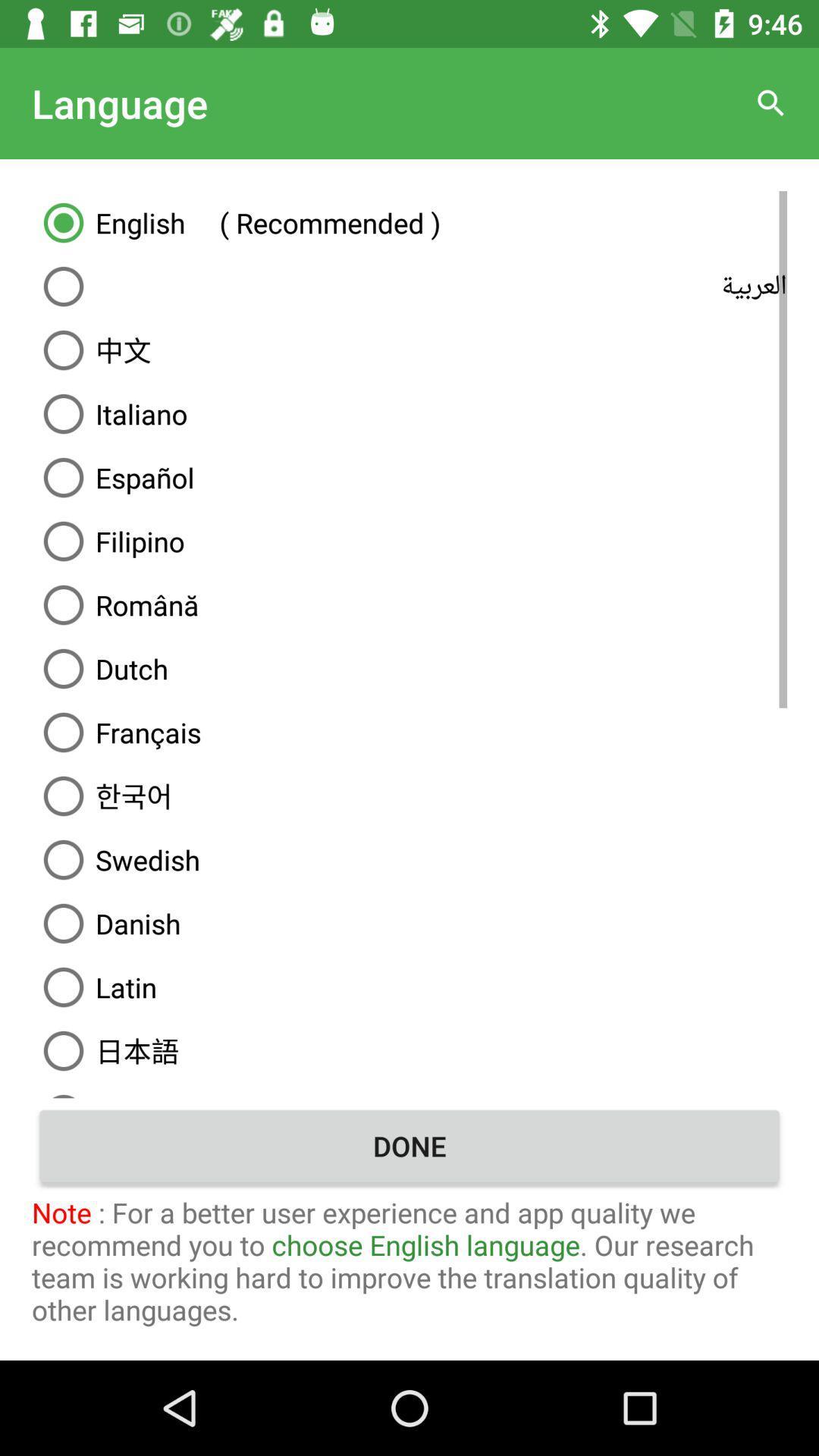  Describe the element at coordinates (409, 476) in the screenshot. I see `the text above filipino` at that location.